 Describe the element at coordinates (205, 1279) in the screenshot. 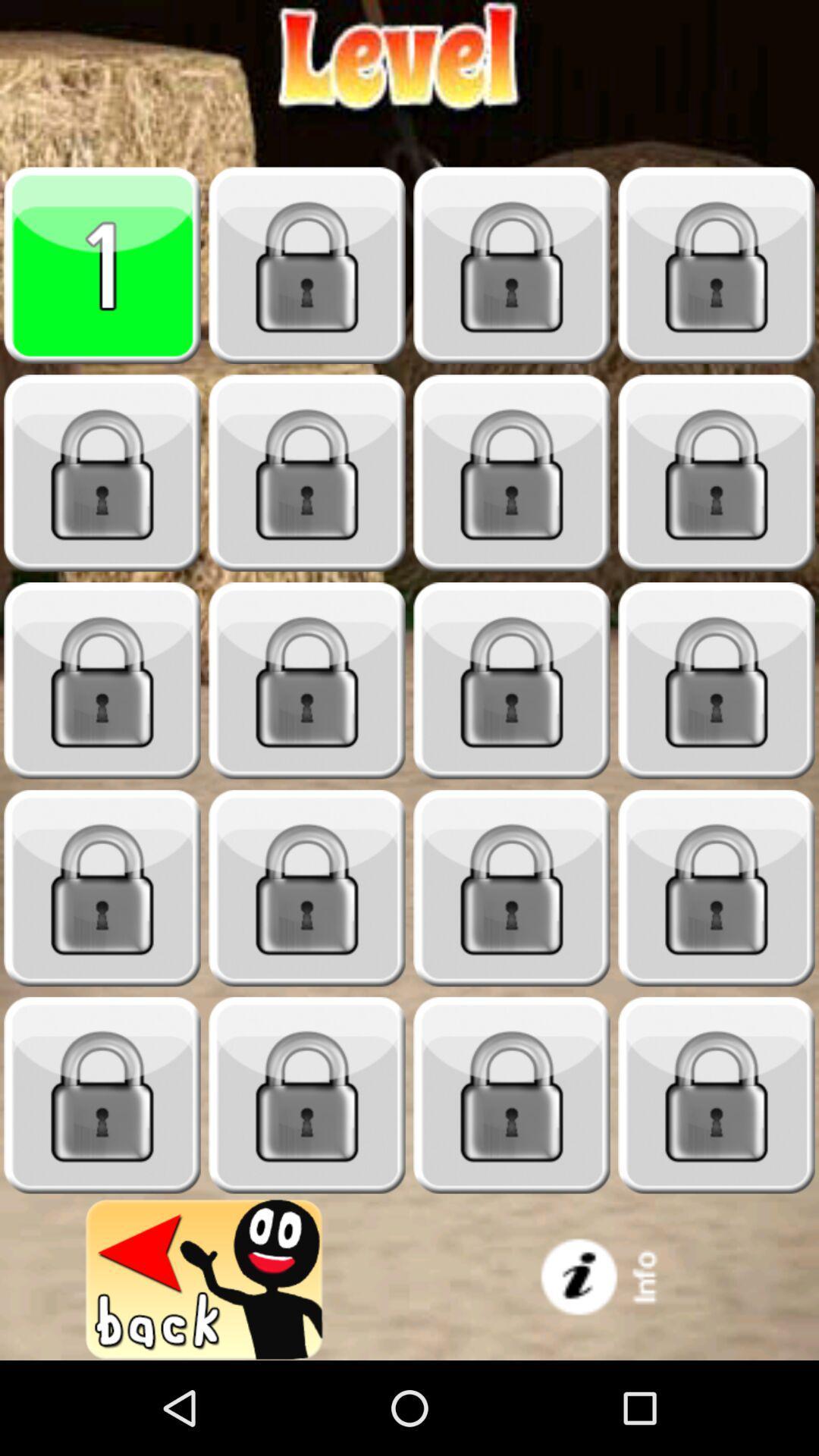

I see `go back` at that location.